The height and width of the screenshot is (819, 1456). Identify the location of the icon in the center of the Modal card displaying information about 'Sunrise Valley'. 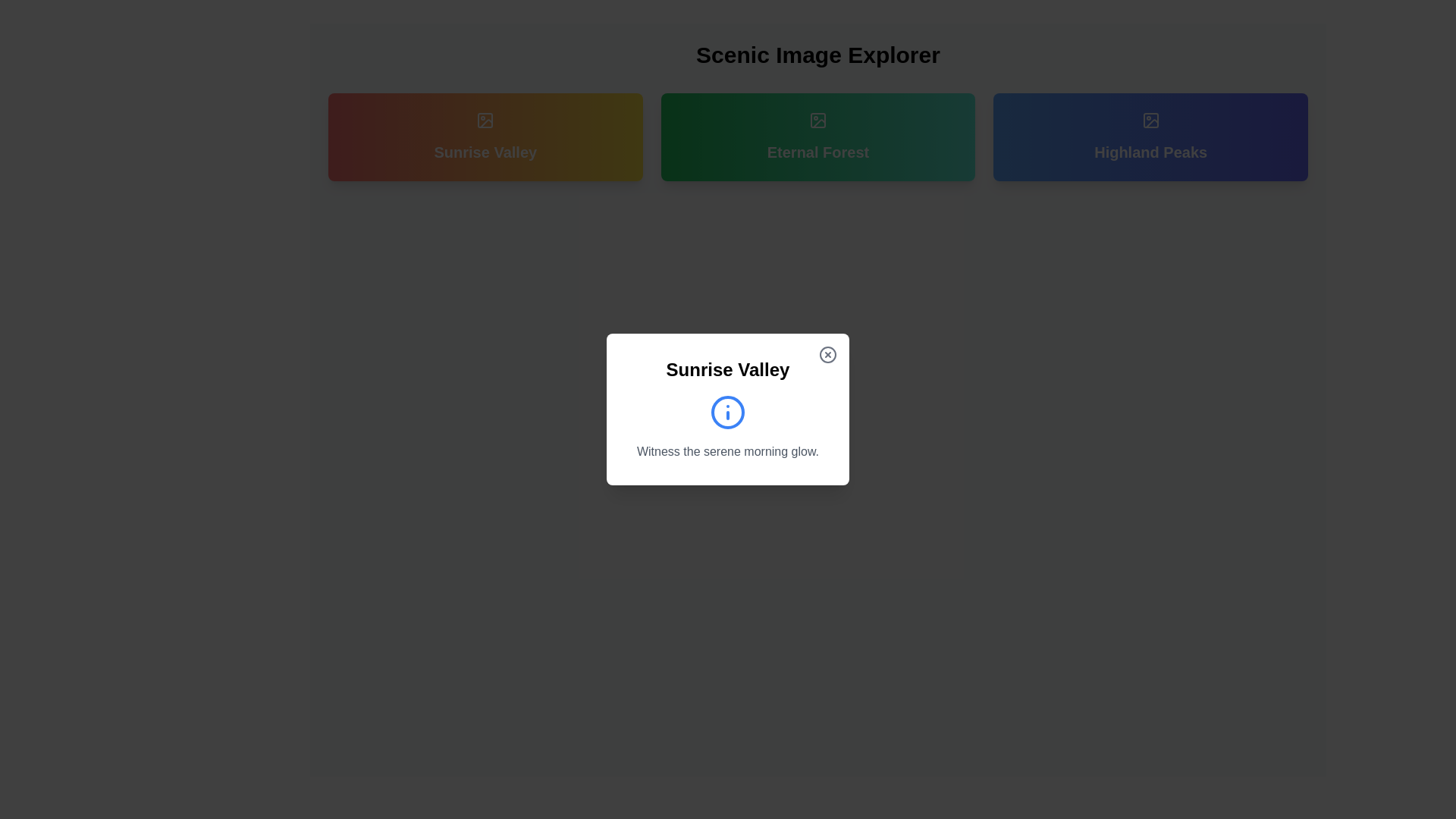
(728, 409).